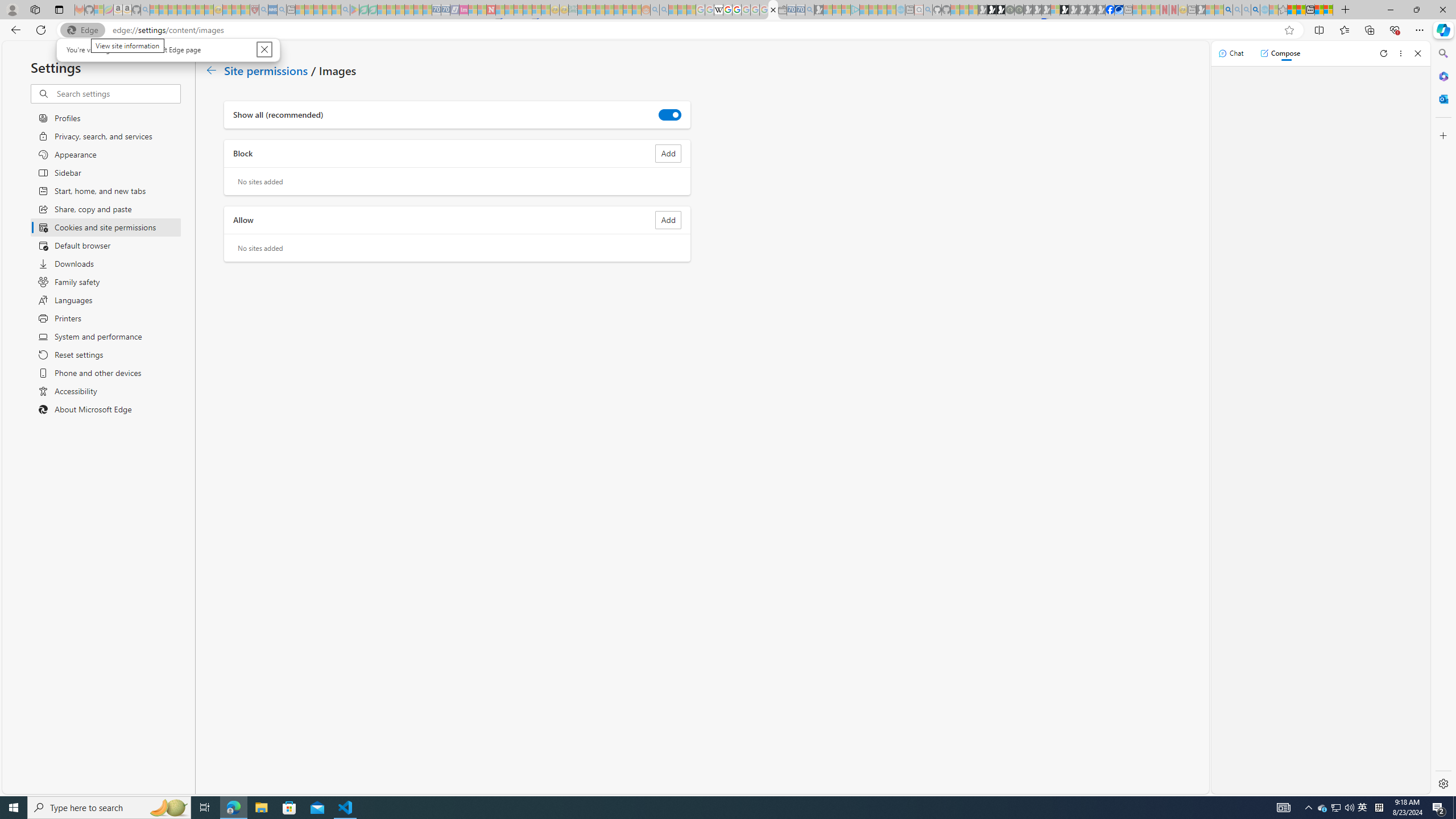  Describe the element at coordinates (1199, 9) in the screenshot. I see `'MSN - Sleeping'` at that location.